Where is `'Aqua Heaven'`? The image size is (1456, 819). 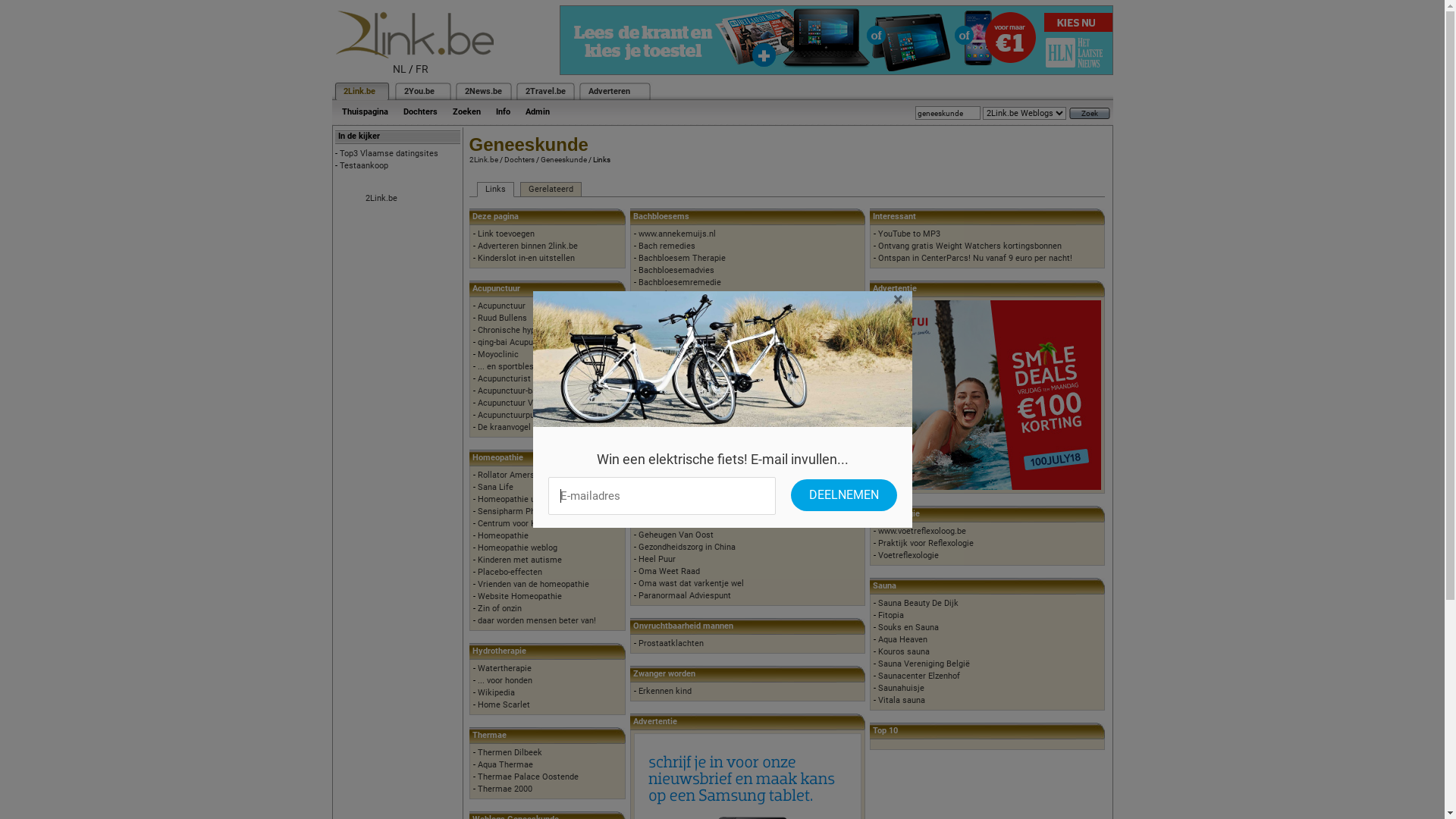
'Aqua Heaven' is located at coordinates (877, 639).